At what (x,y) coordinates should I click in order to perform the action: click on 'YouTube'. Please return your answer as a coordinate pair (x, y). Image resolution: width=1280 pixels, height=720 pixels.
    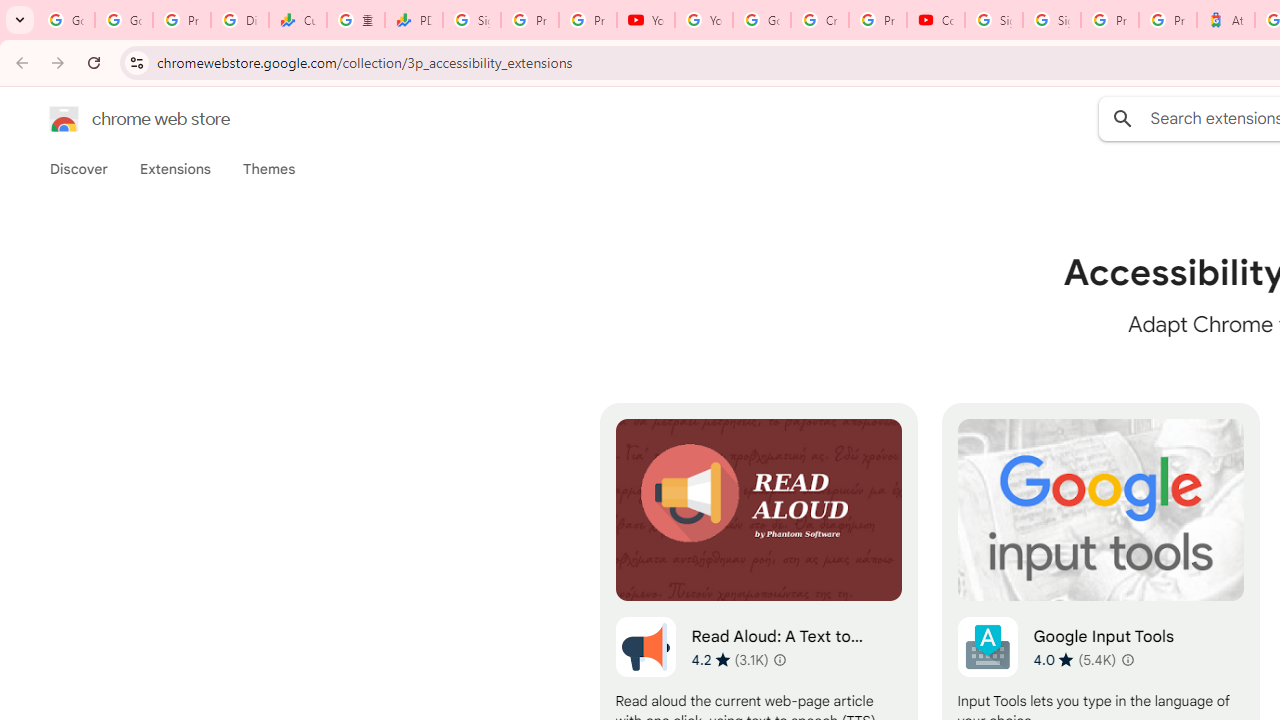
    Looking at the image, I should click on (645, 20).